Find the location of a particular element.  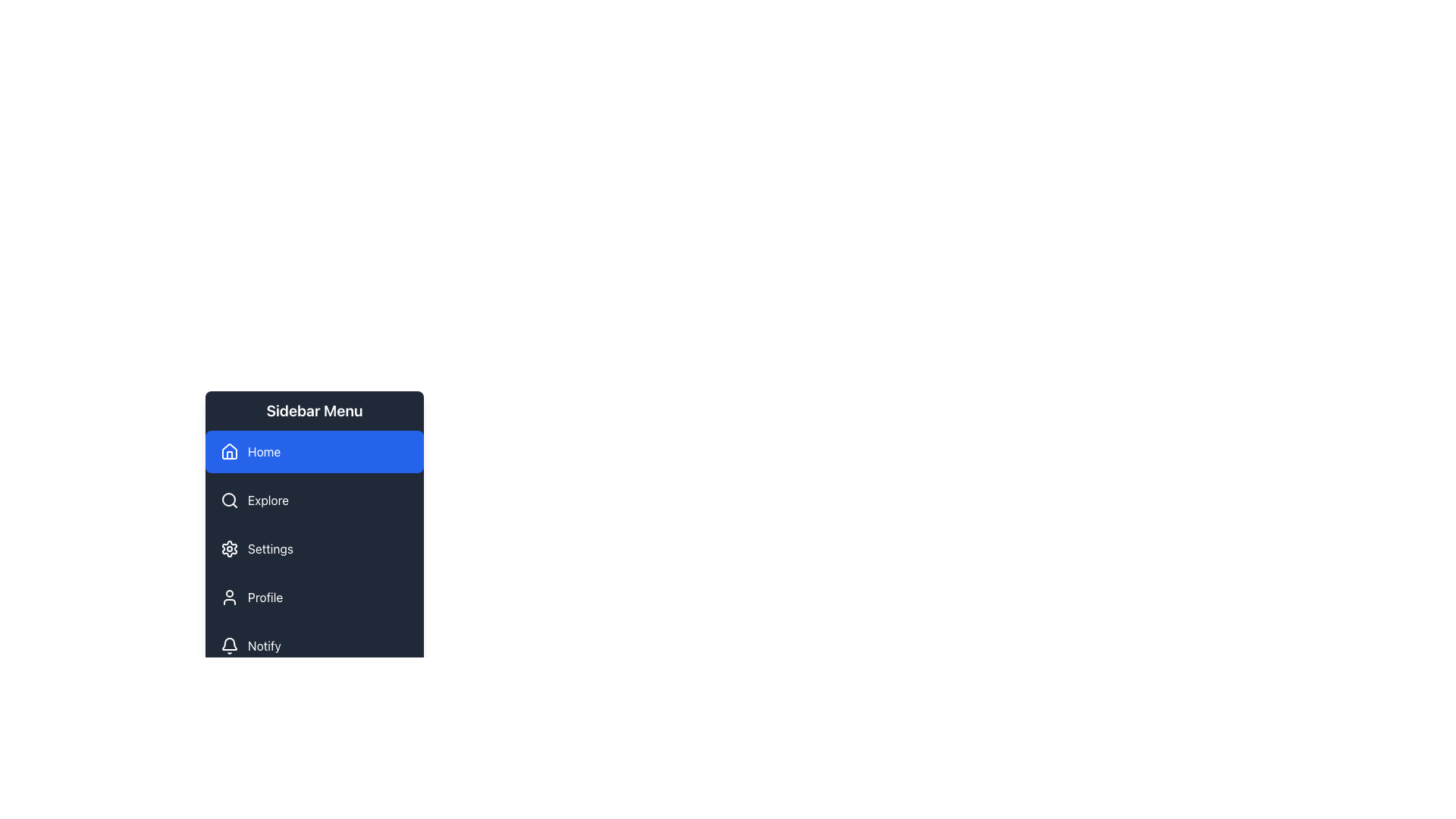

the 'Notify' button, which is the last menu item is located at coordinates (313, 646).